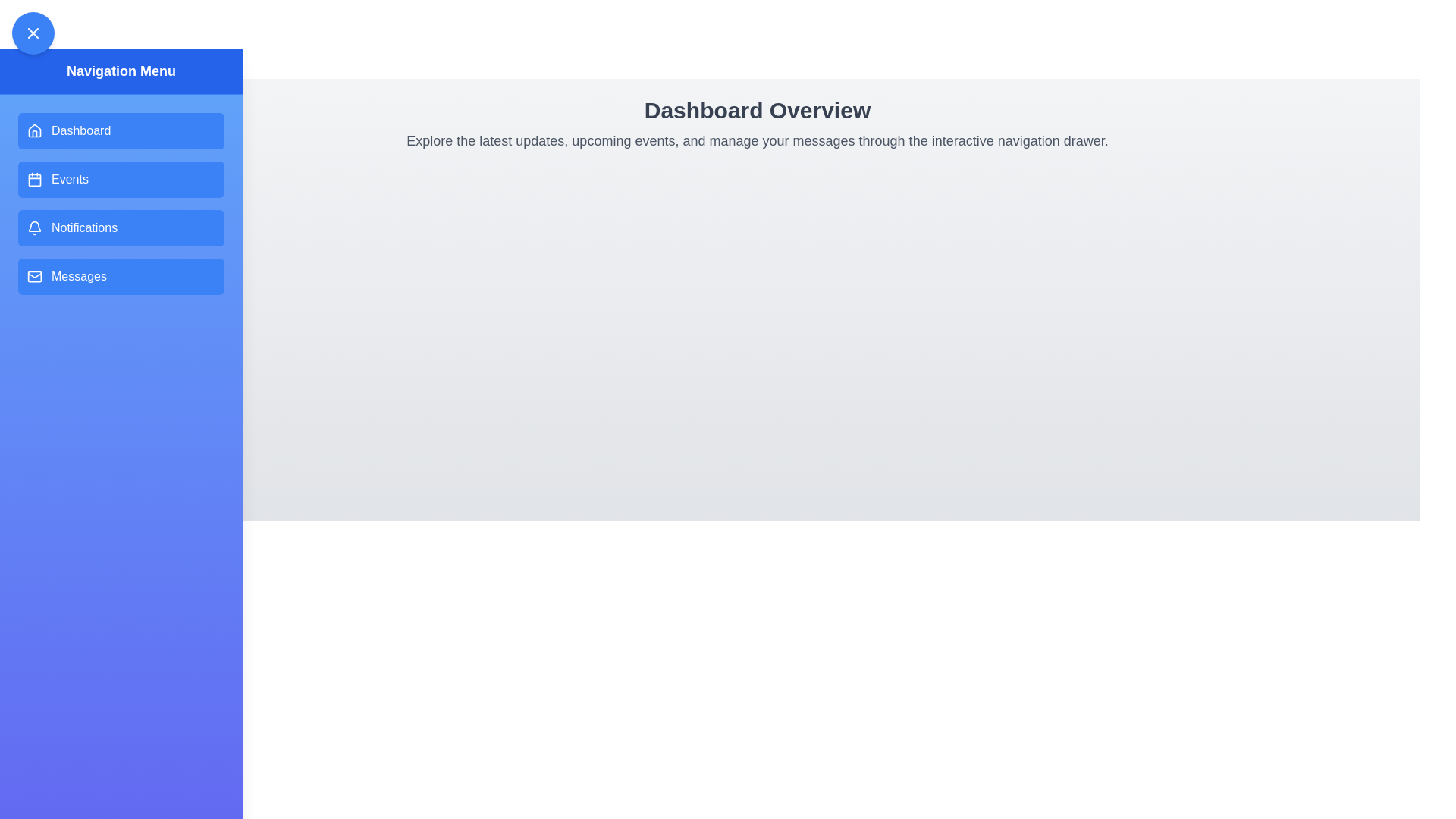 The height and width of the screenshot is (819, 1456). I want to click on the navigation menu item Events, so click(120, 178).